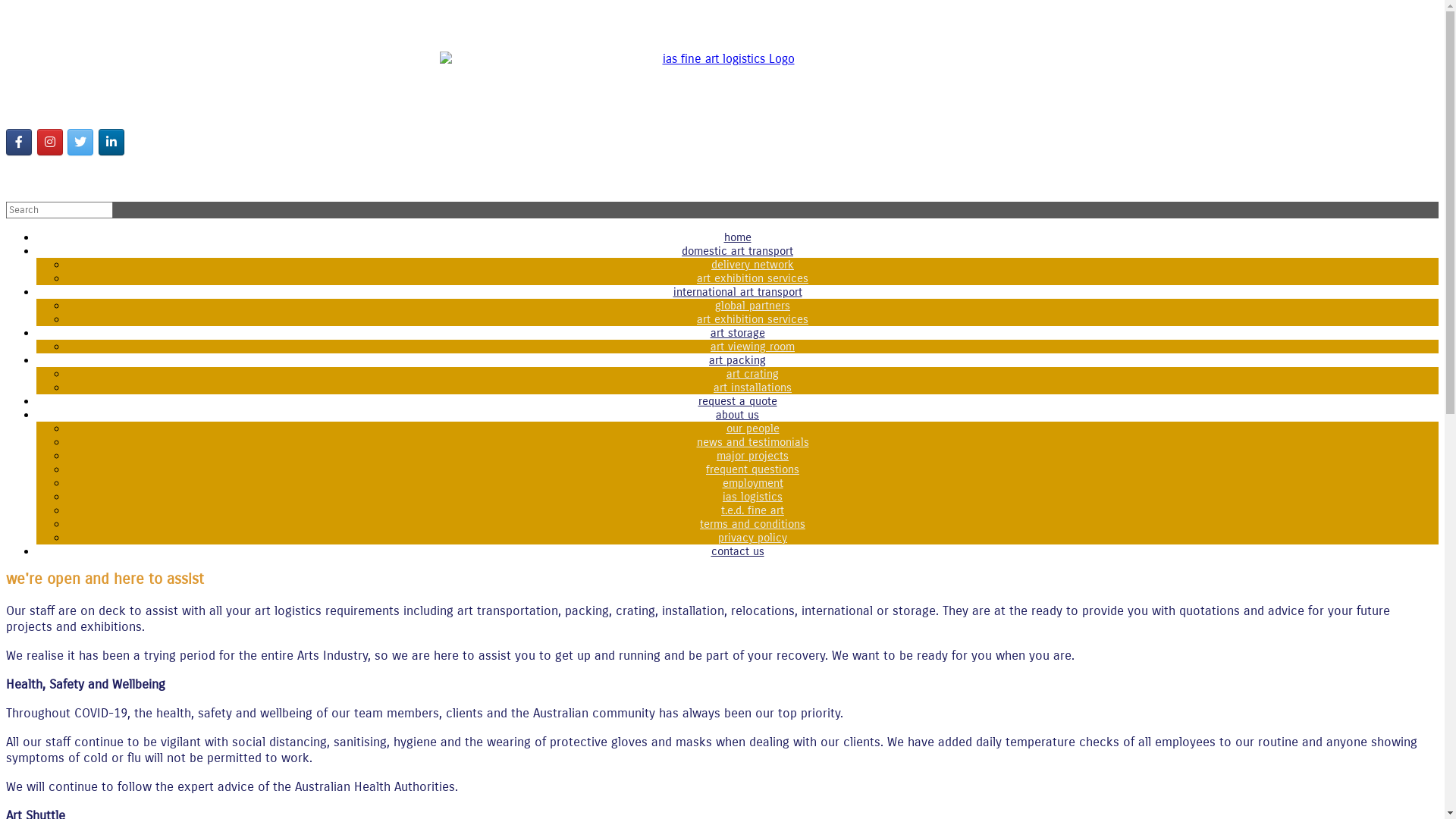 The width and height of the screenshot is (1456, 819). Describe the element at coordinates (111, 142) in the screenshot. I see `'ias fine art logistics on Linkedin'` at that location.